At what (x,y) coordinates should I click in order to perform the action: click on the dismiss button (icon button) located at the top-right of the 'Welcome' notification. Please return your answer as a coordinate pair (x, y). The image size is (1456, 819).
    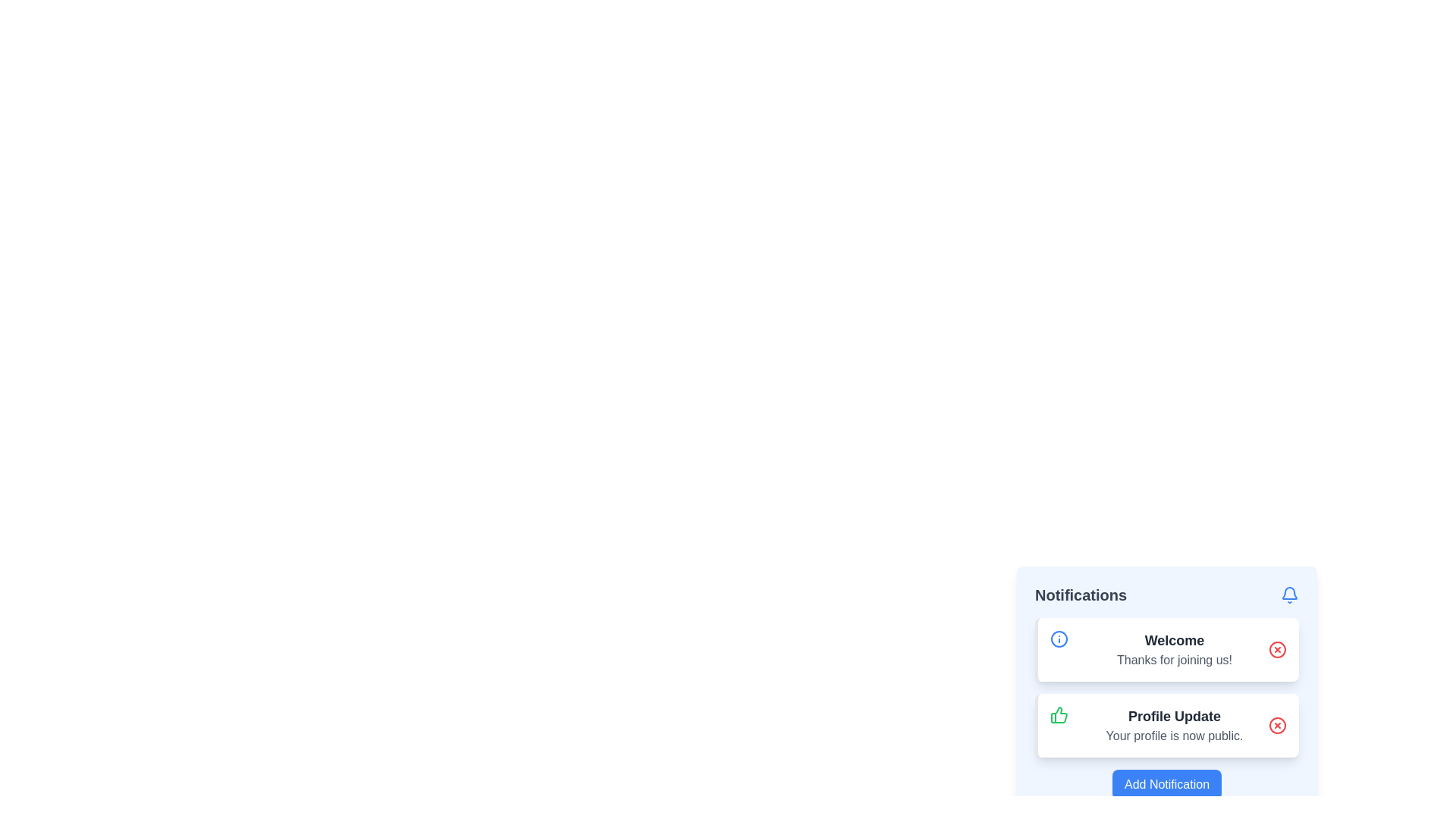
    Looking at the image, I should click on (1276, 648).